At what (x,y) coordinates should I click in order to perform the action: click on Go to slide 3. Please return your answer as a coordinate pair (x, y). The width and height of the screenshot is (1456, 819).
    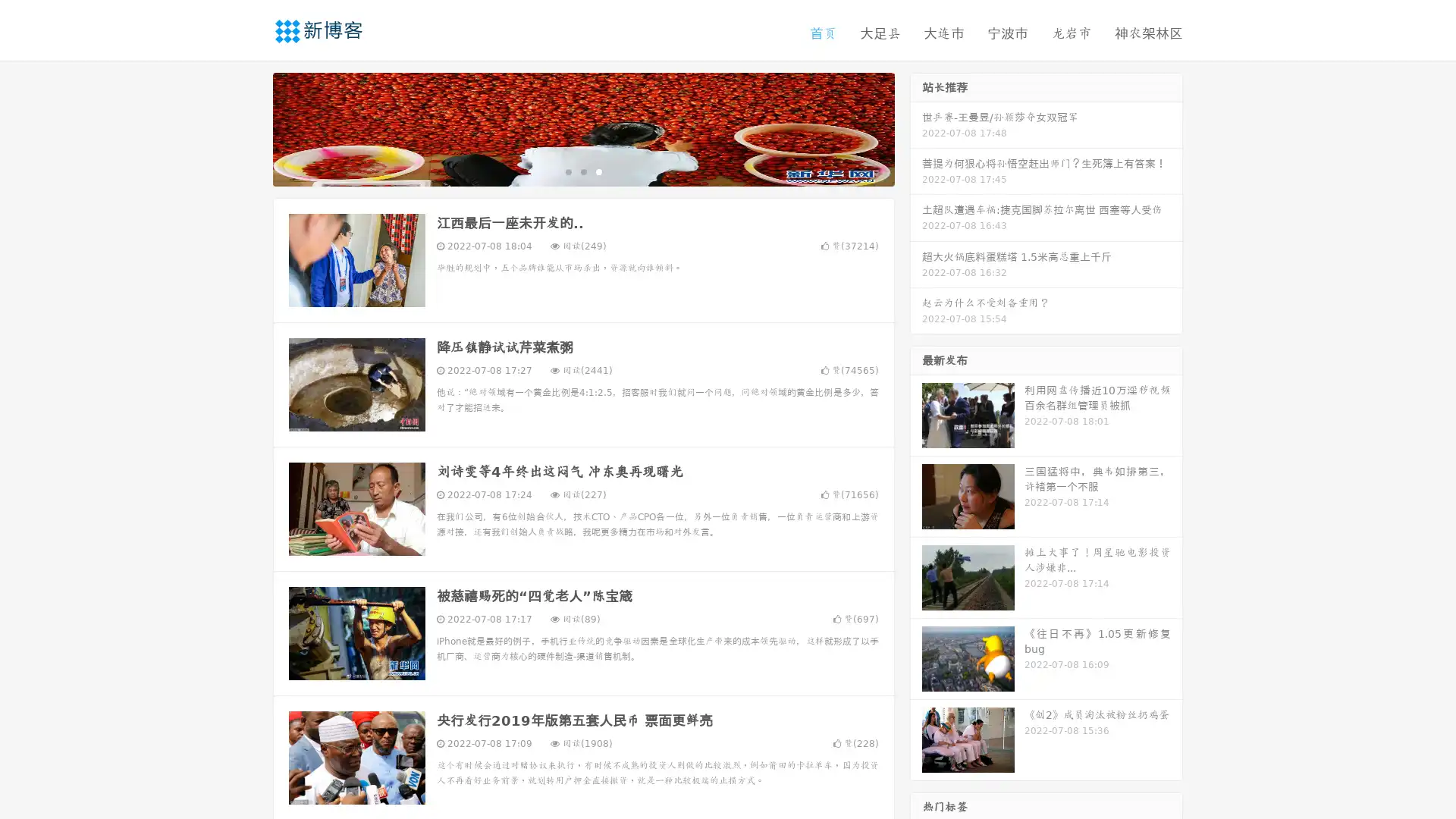
    Looking at the image, I should click on (598, 171).